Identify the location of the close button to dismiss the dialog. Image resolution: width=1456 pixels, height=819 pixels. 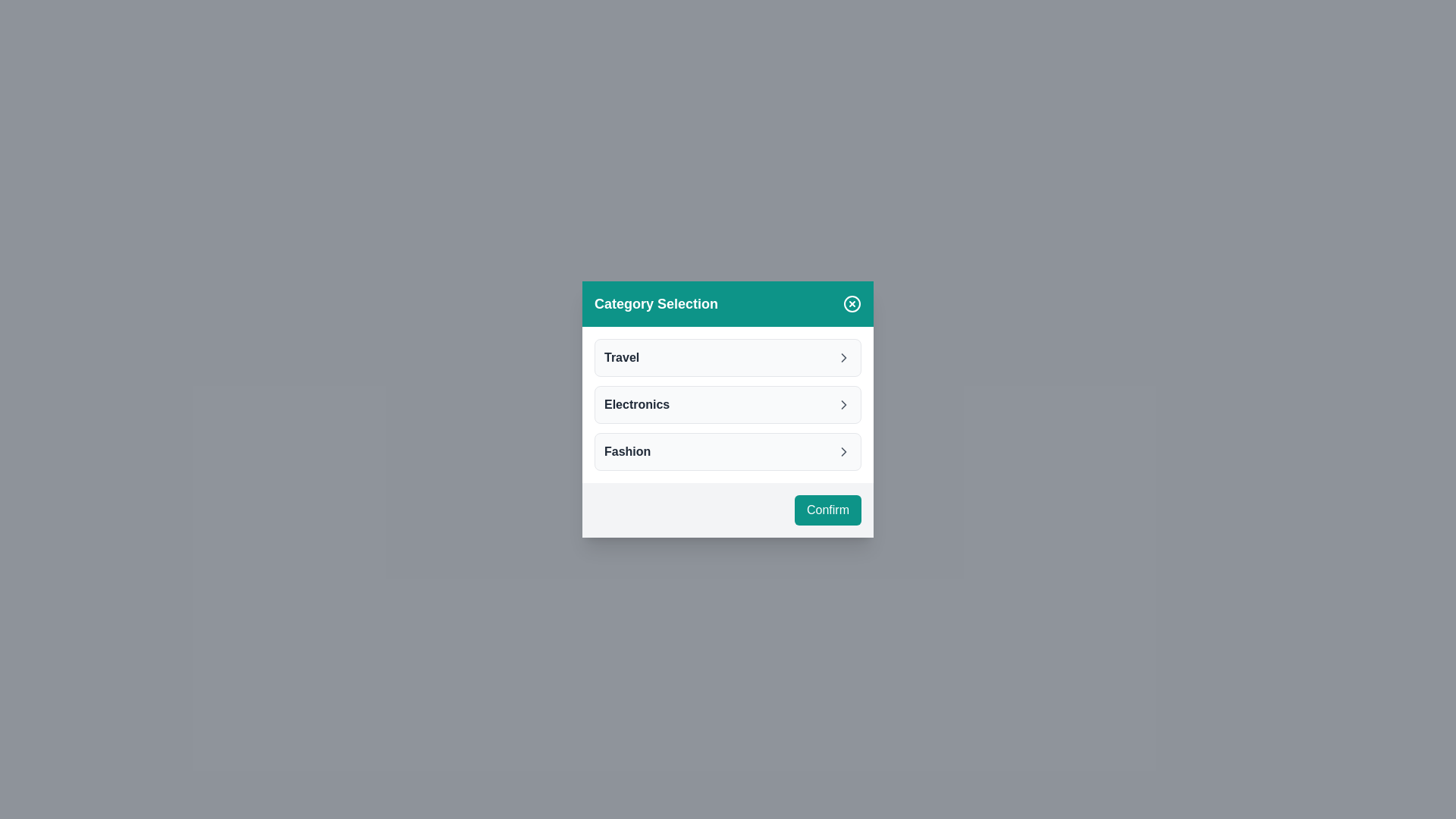
(852, 304).